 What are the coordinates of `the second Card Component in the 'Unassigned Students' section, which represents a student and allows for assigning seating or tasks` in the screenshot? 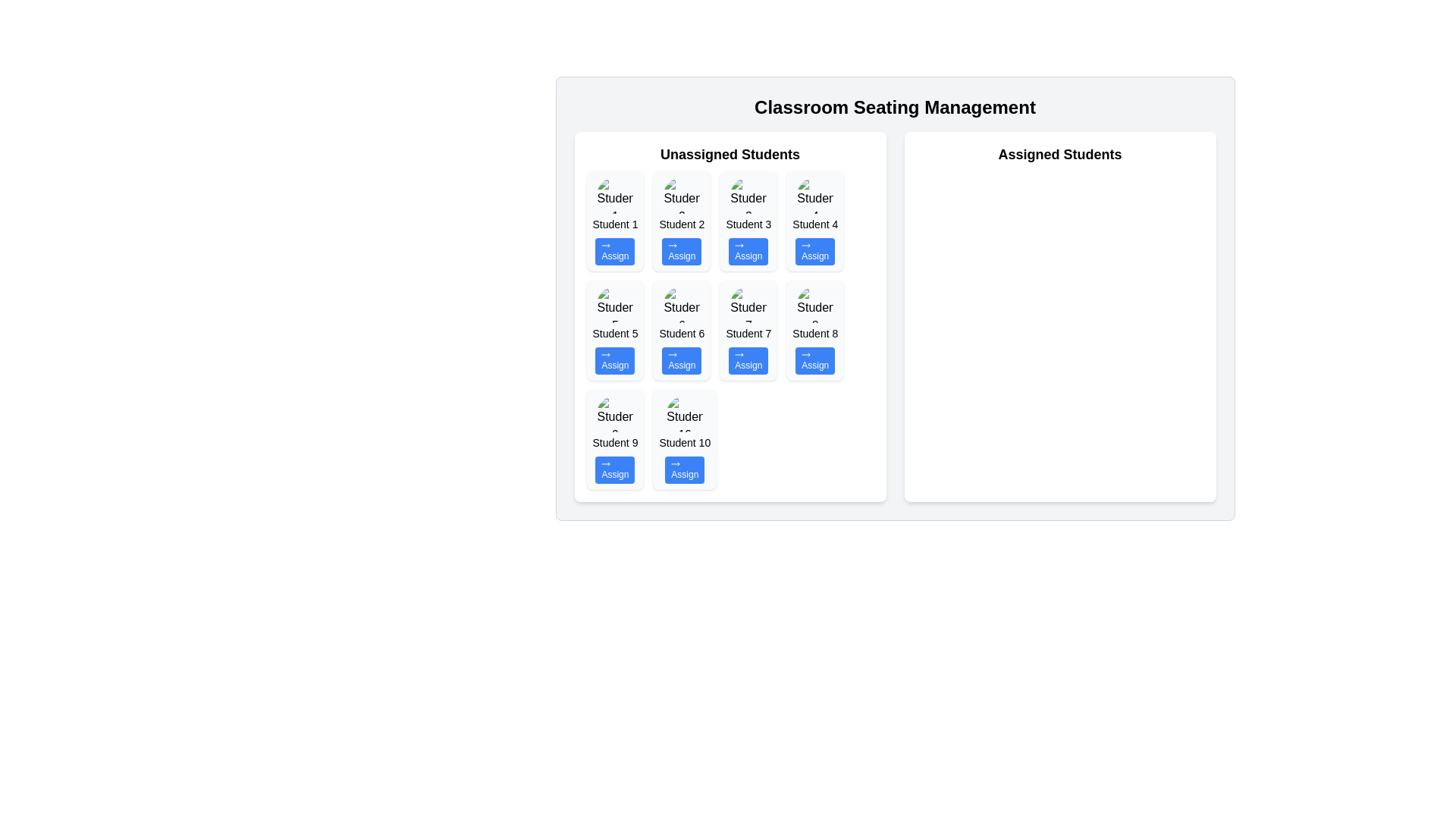 It's located at (681, 221).